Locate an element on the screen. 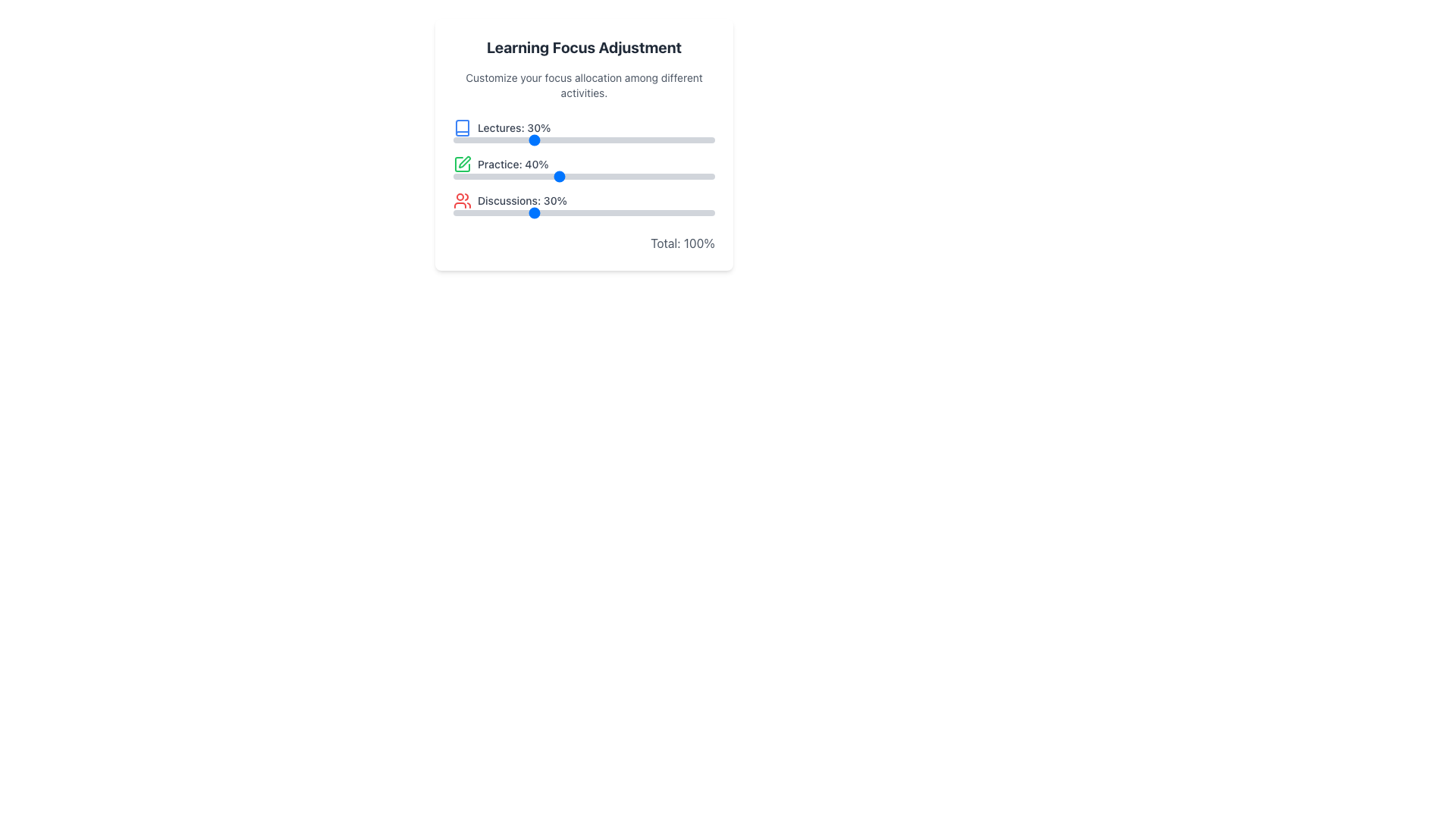 The image size is (1456, 819). the 'Practice' slider is located at coordinates (475, 175).